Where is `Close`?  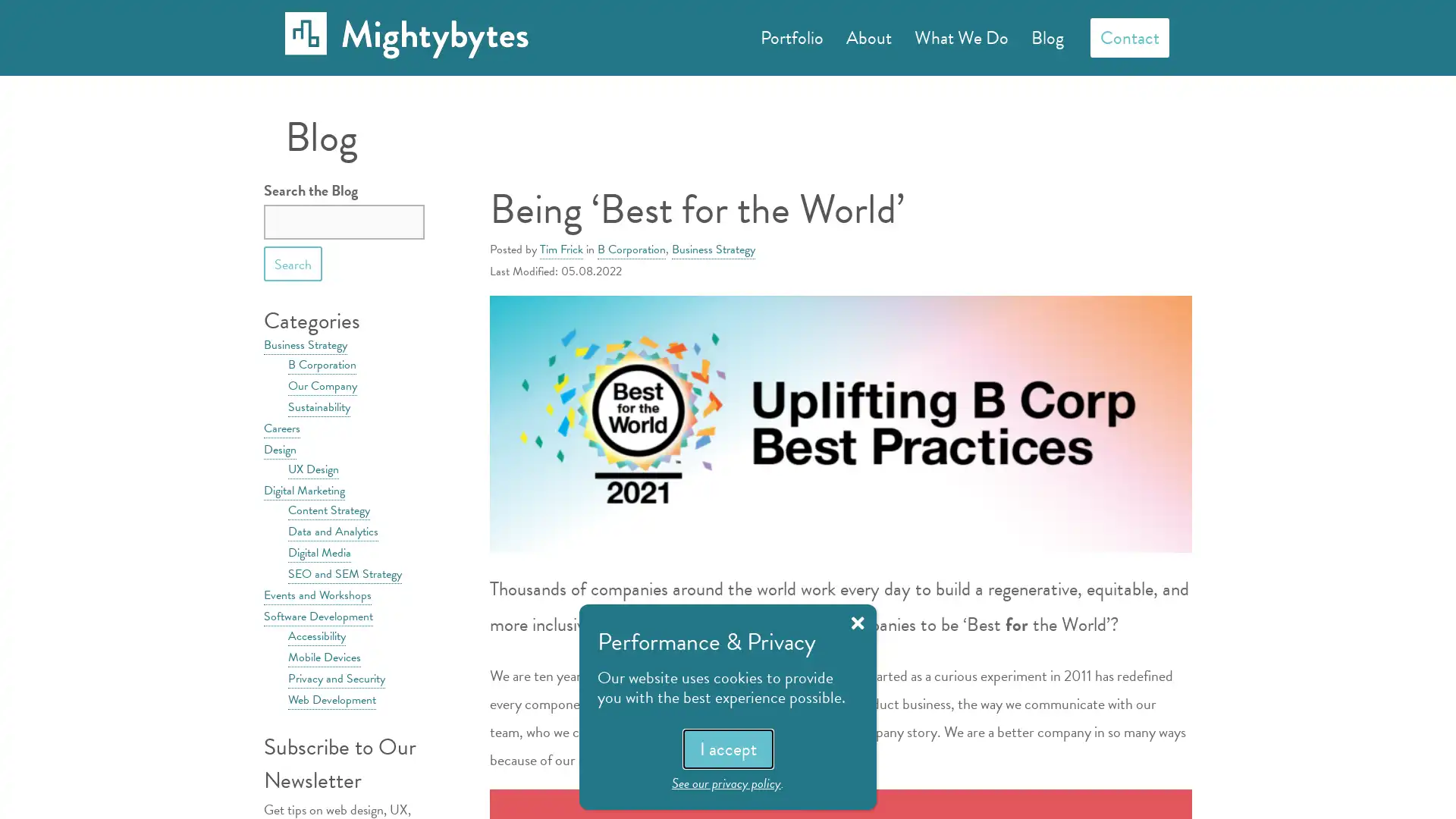
Close is located at coordinates (858, 623).